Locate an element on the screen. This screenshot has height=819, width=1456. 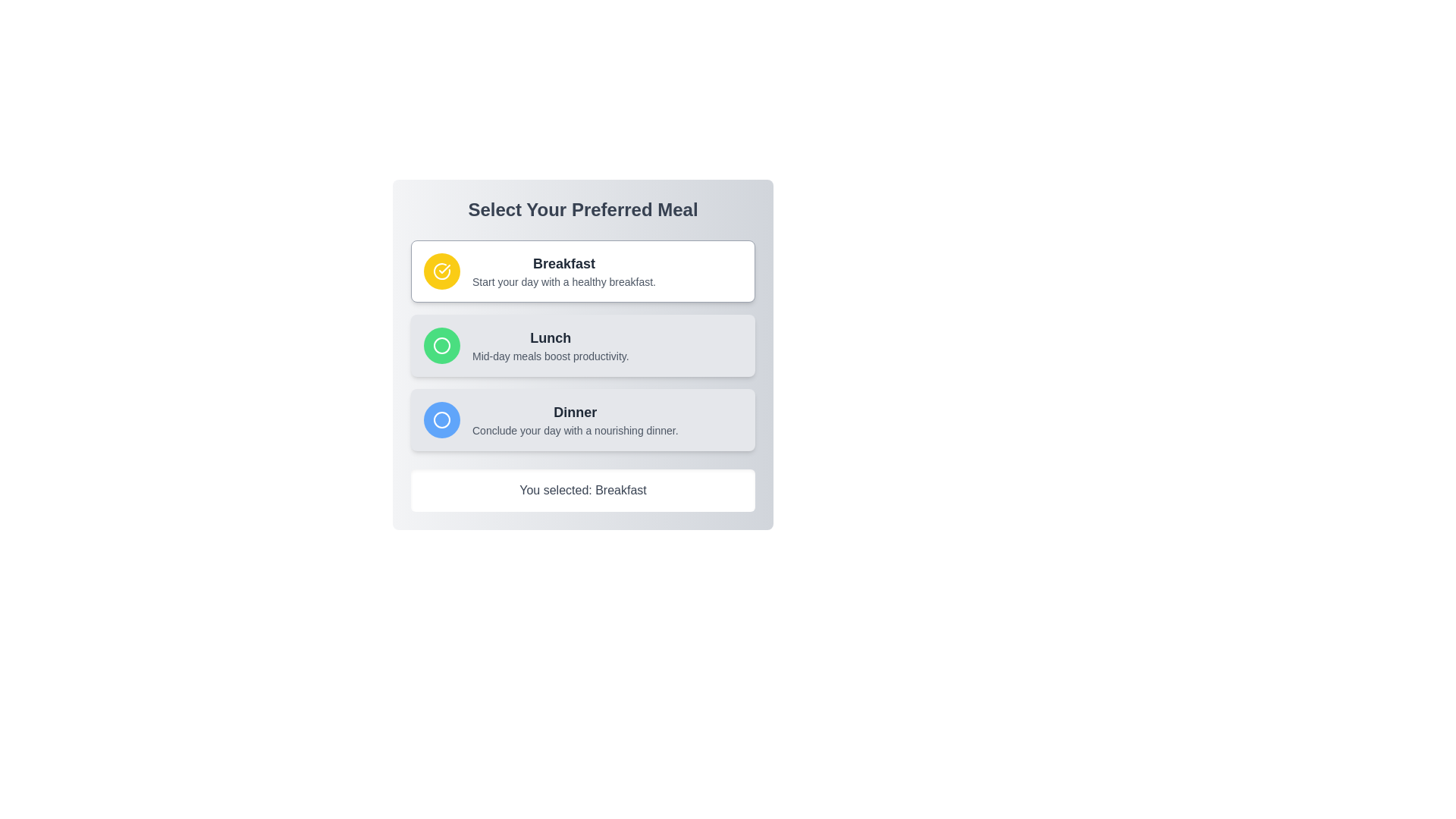
the Decorative icon (SVG circle) located within the green circular icon in the 'Lunch' option of the 'Select Your Preferred Meal' section is located at coordinates (441, 345).